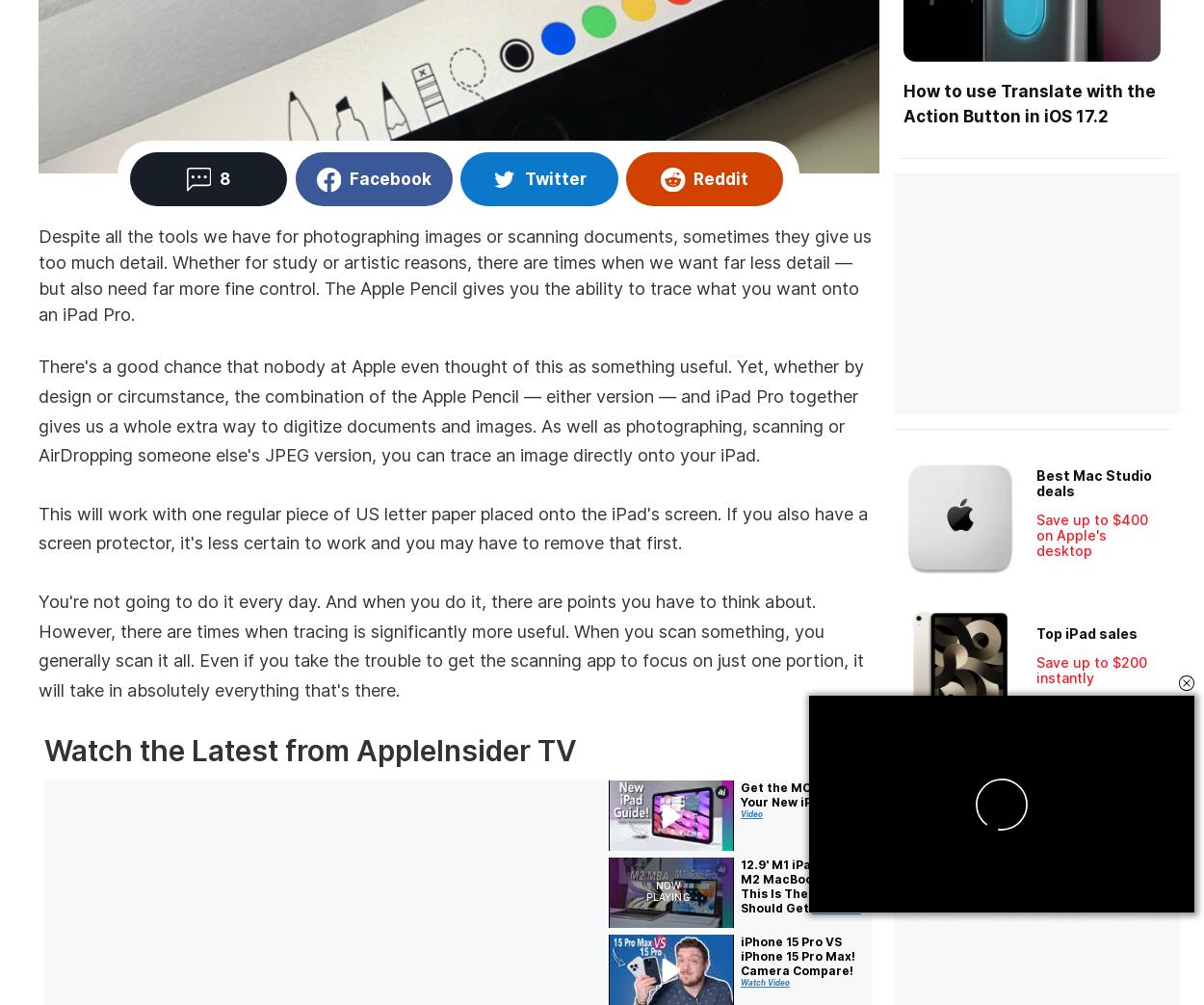 This screenshot has height=1005, width=1204. What do you see at coordinates (454, 275) in the screenshot?
I see `'Despite all the tools we have for photographing images or scanning documents, sometimes they give us too much detail. Whether for study or artistic reasons, there are times when we want far less detail —  but also need far more fine control. The Apple Pencil gives you the ability to trace what you want onto an iPad Pro.'` at bounding box center [454, 275].